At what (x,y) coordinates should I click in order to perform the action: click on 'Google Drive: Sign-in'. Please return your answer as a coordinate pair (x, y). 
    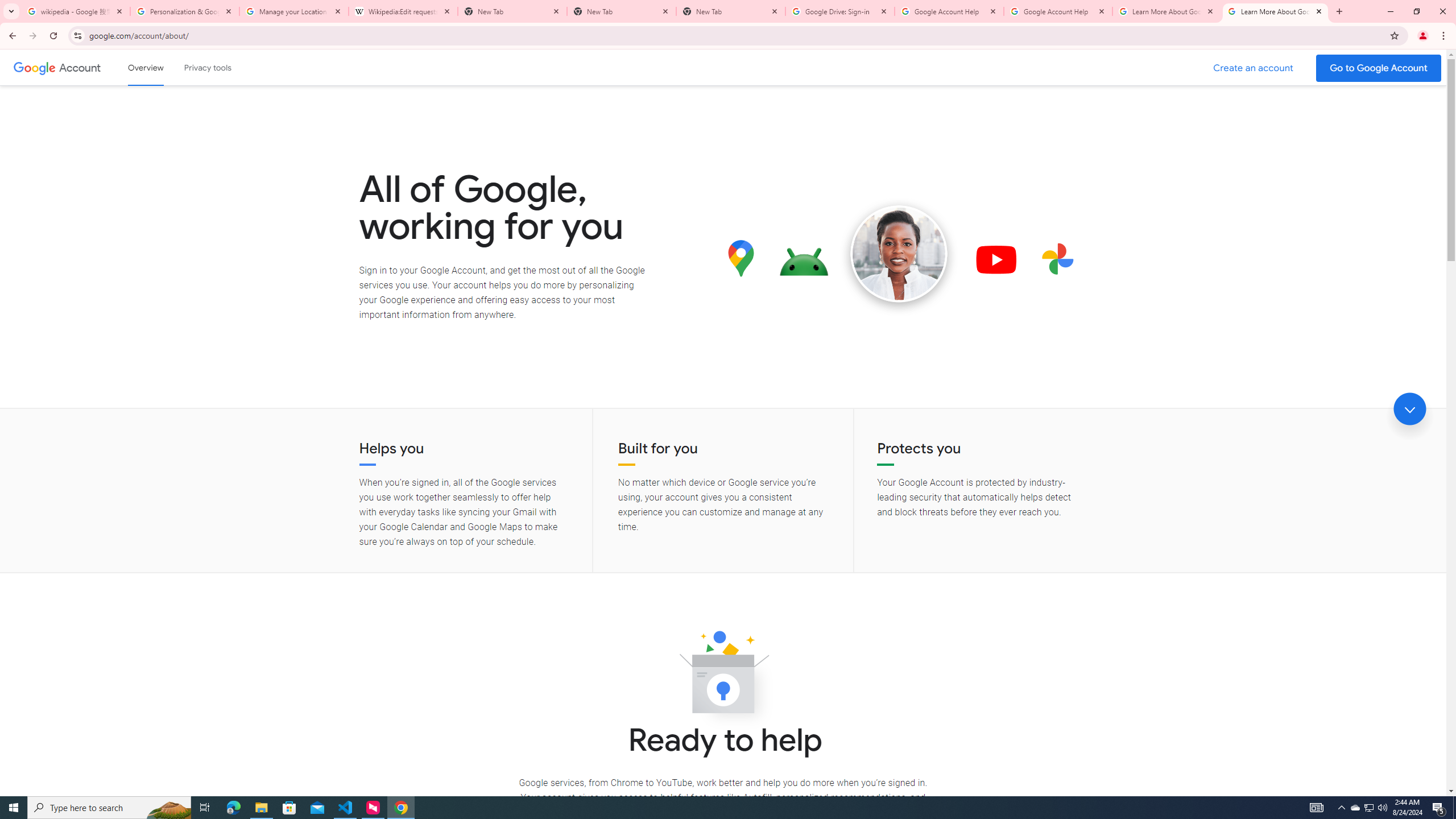
    Looking at the image, I should click on (839, 11).